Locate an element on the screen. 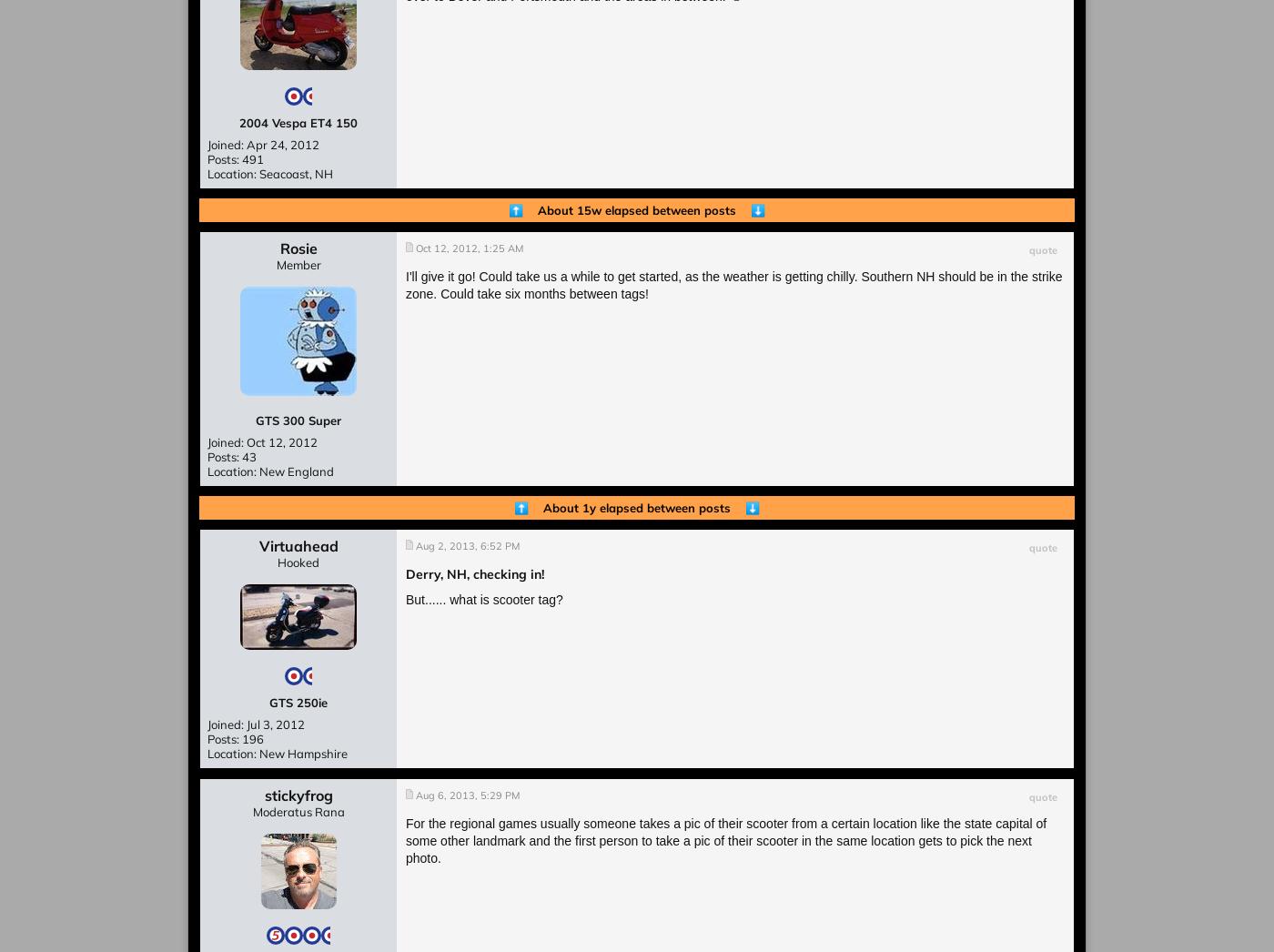 The image size is (1274, 952). 'Rosie' is located at coordinates (279, 248).